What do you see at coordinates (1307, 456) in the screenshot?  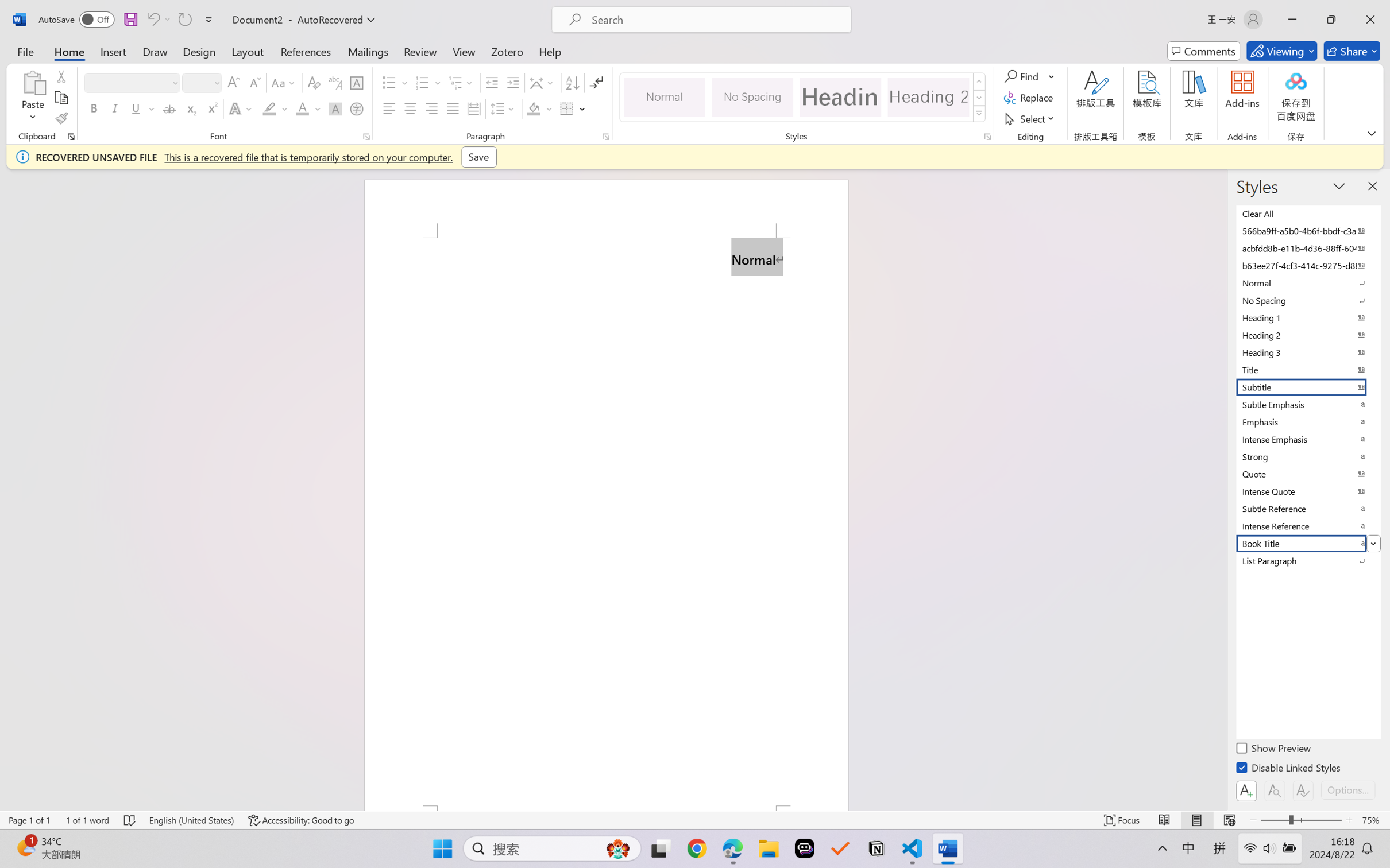 I see `'Strong'` at bounding box center [1307, 456].